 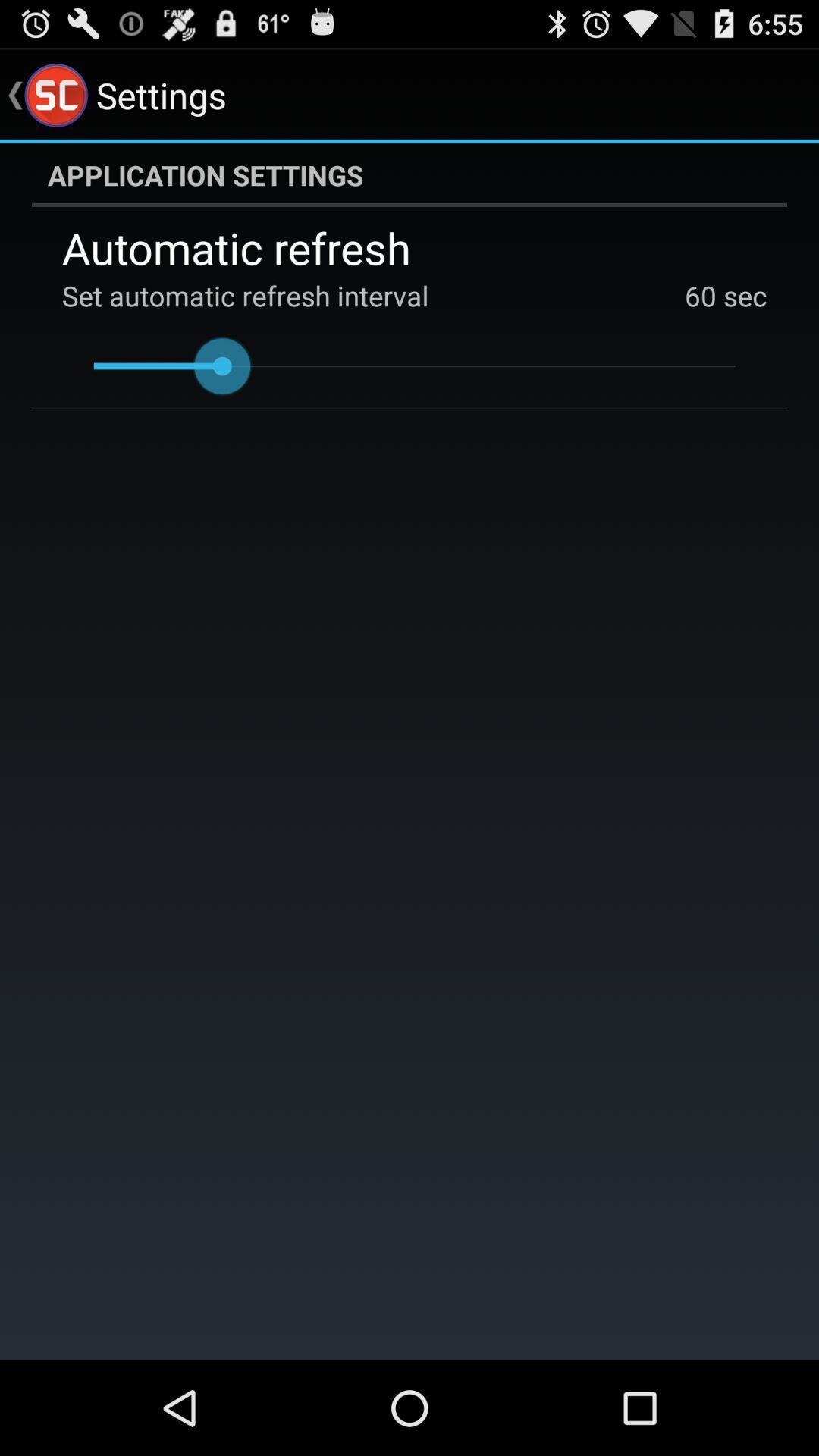 What do you see at coordinates (741, 295) in the screenshot?
I see `the app below automatic refresh` at bounding box center [741, 295].